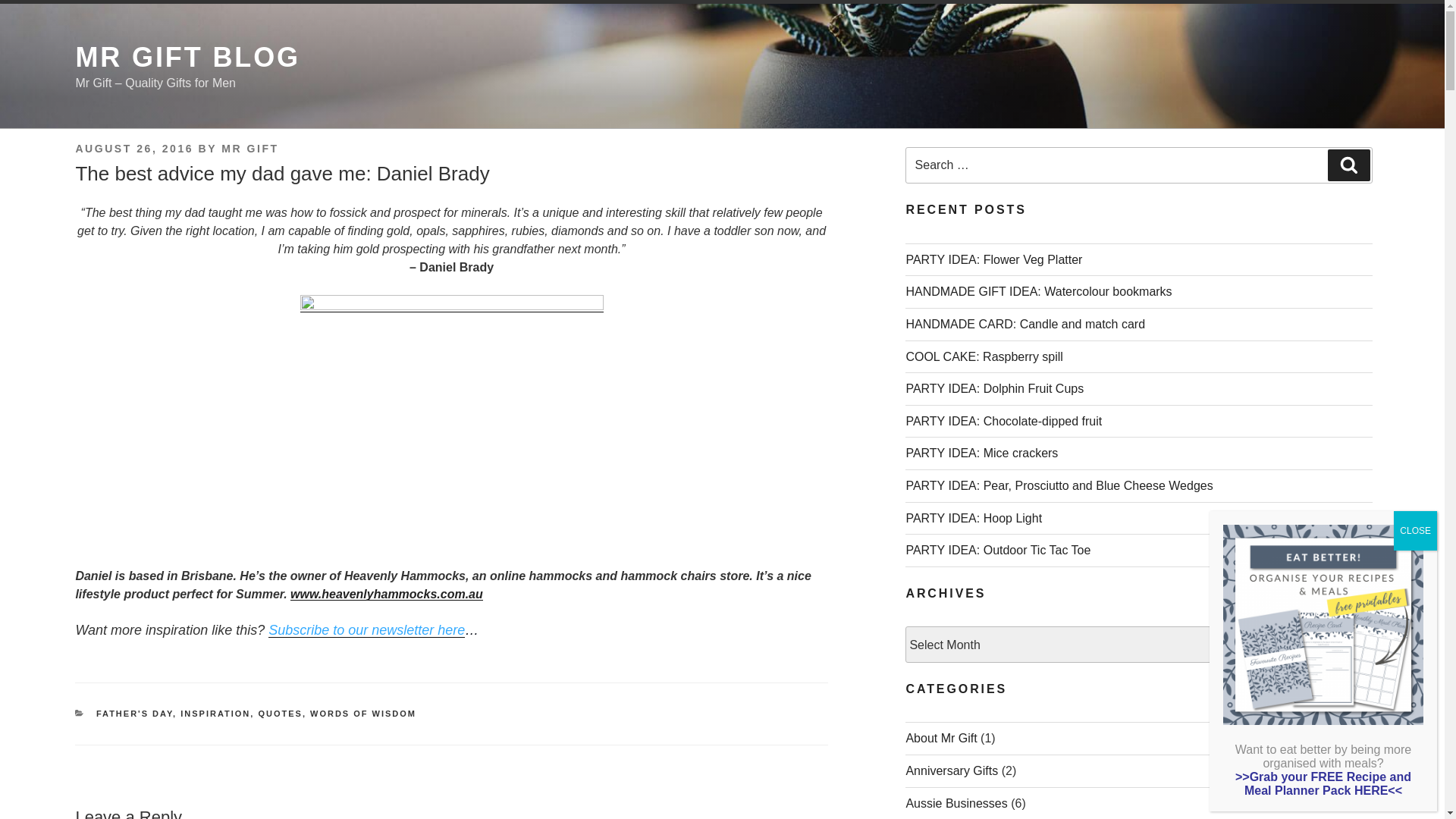 The height and width of the screenshot is (819, 1456). What do you see at coordinates (984, 356) in the screenshot?
I see `'COOL CAKE: Raspberry spill'` at bounding box center [984, 356].